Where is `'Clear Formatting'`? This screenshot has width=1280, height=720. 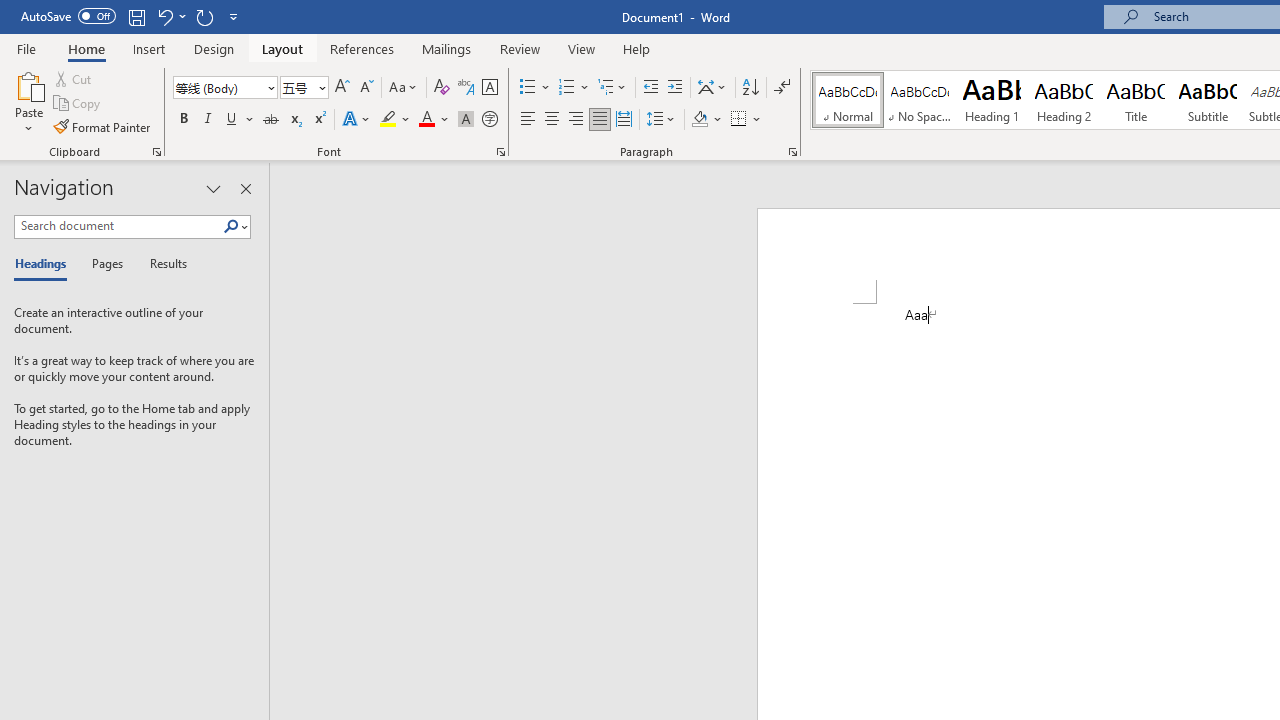 'Clear Formatting' is located at coordinates (441, 86).